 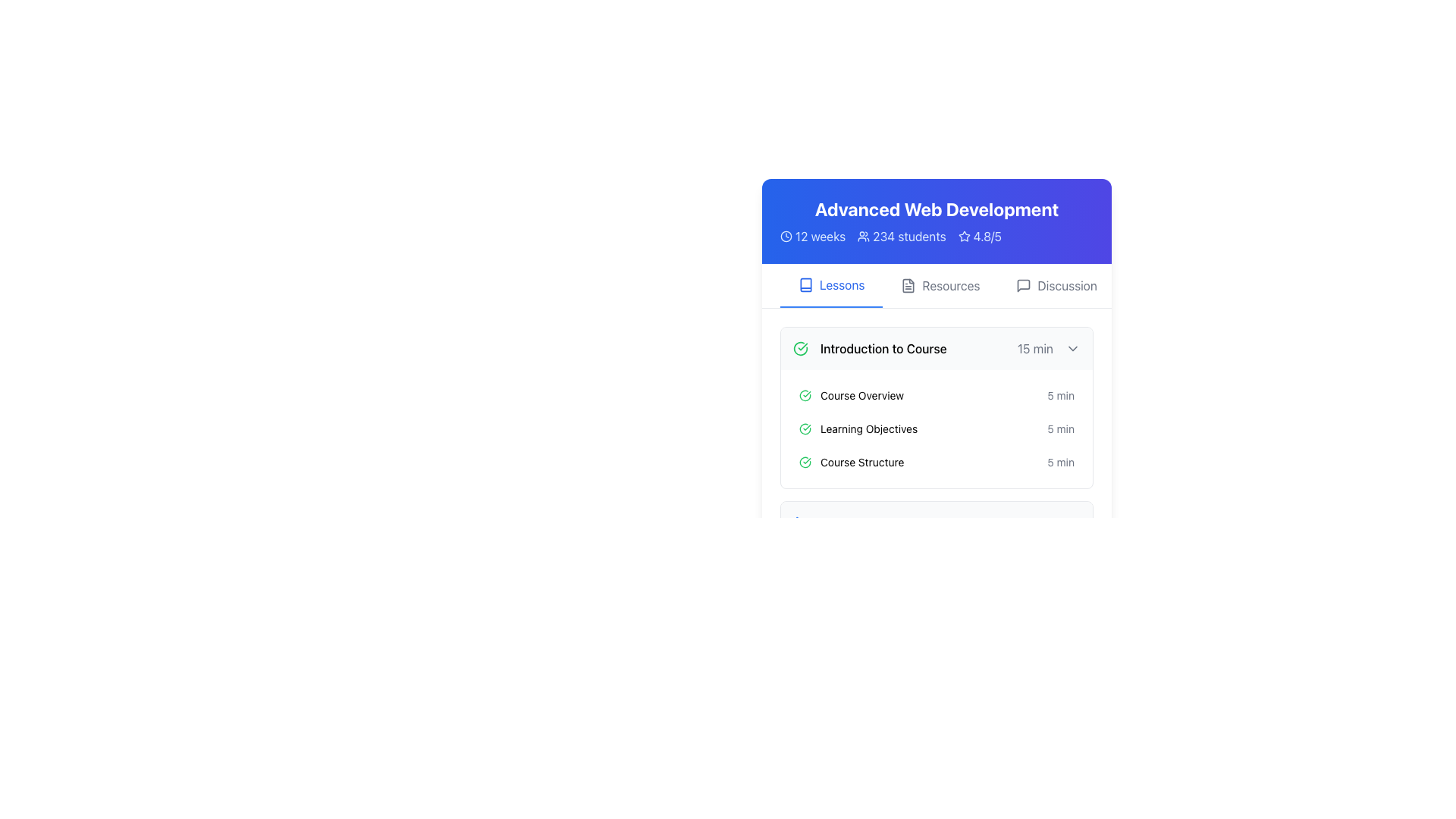 What do you see at coordinates (902, 237) in the screenshot?
I see `the static text element displaying '234 students' next to an icon of multiple user silhouettes on a blue background, located in the second position among three pieces of information under the course title` at bounding box center [902, 237].